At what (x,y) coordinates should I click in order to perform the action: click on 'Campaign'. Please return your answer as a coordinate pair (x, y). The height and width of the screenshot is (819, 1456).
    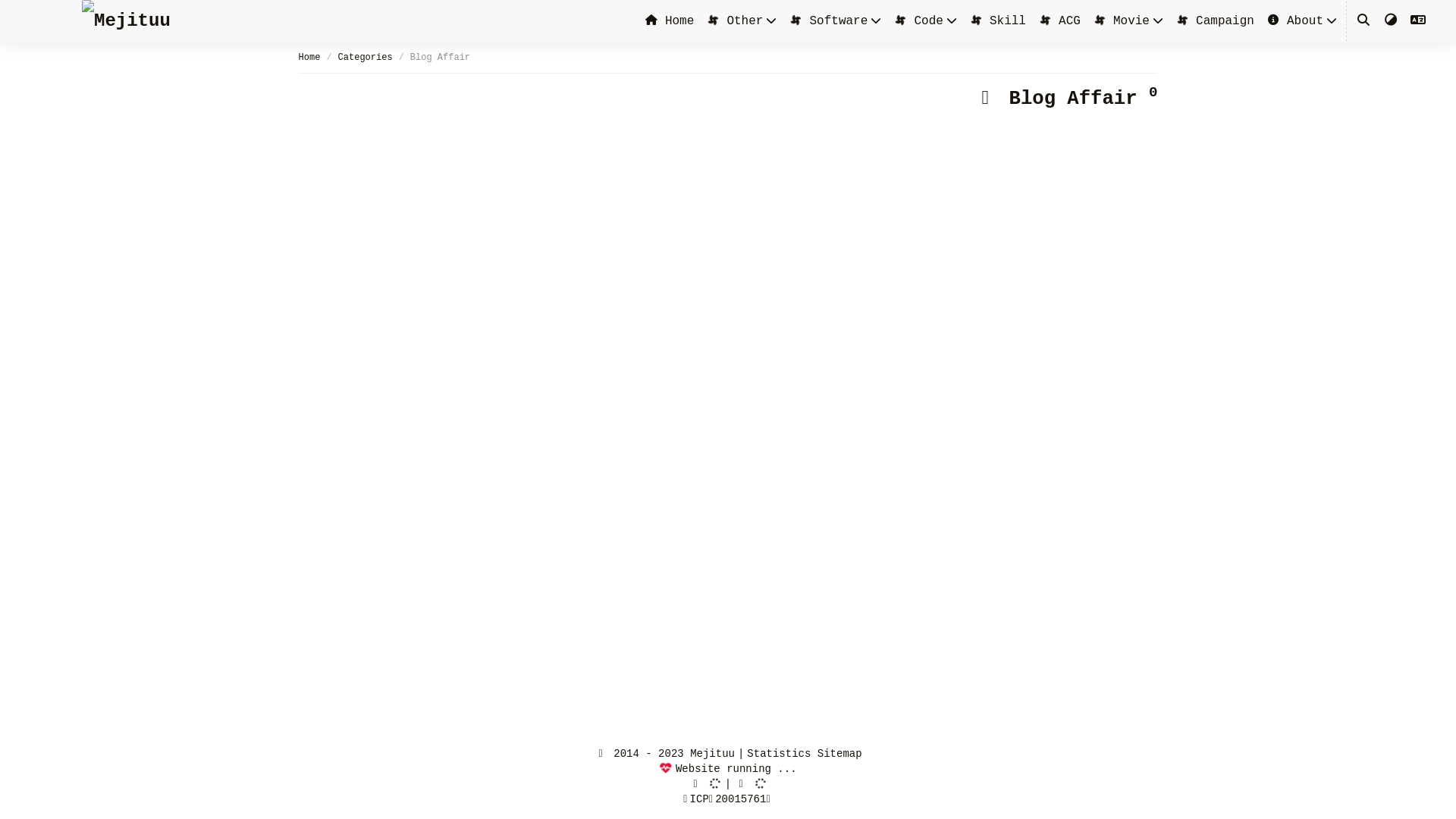
    Looking at the image, I should click on (1215, 20).